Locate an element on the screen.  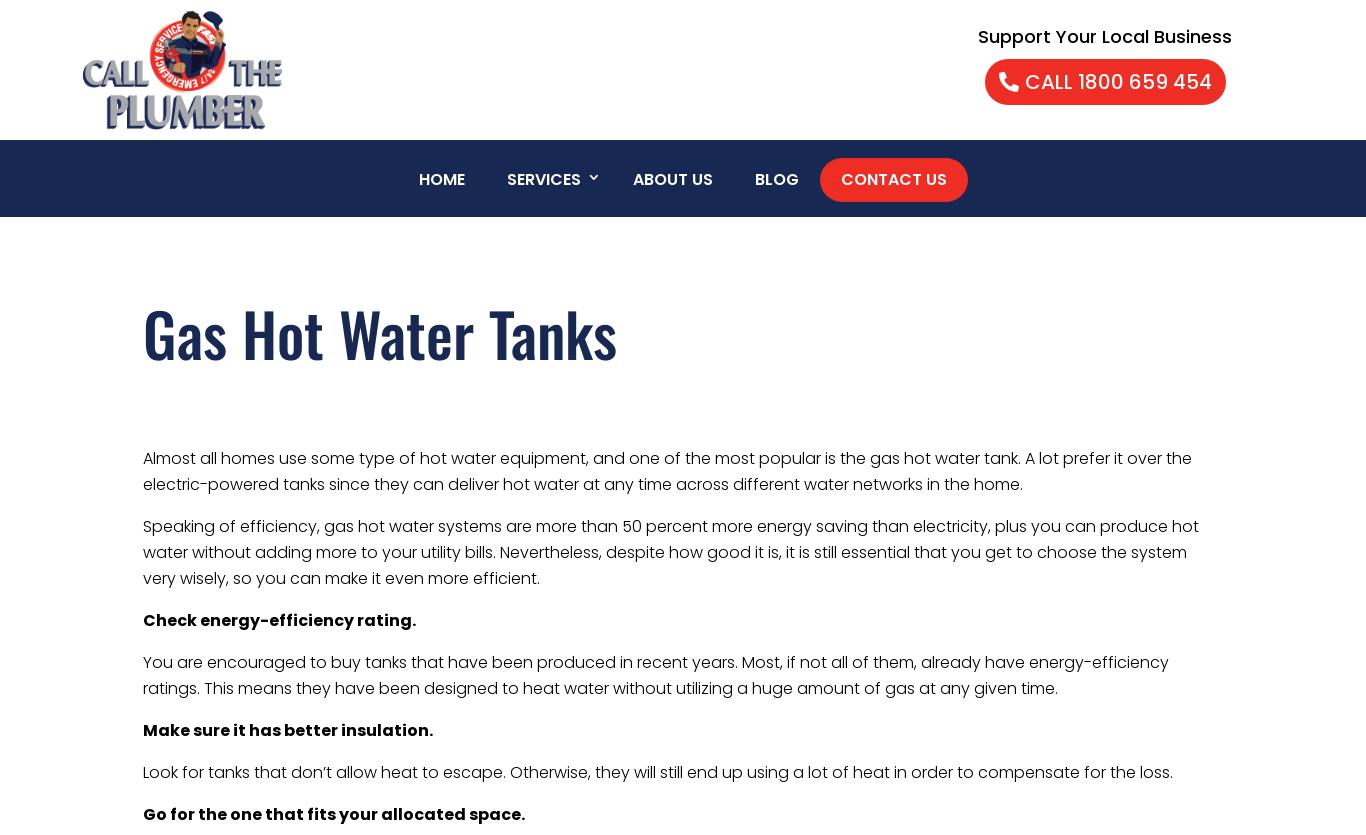
'Check energy-efficiency rating.' is located at coordinates (279, 619).